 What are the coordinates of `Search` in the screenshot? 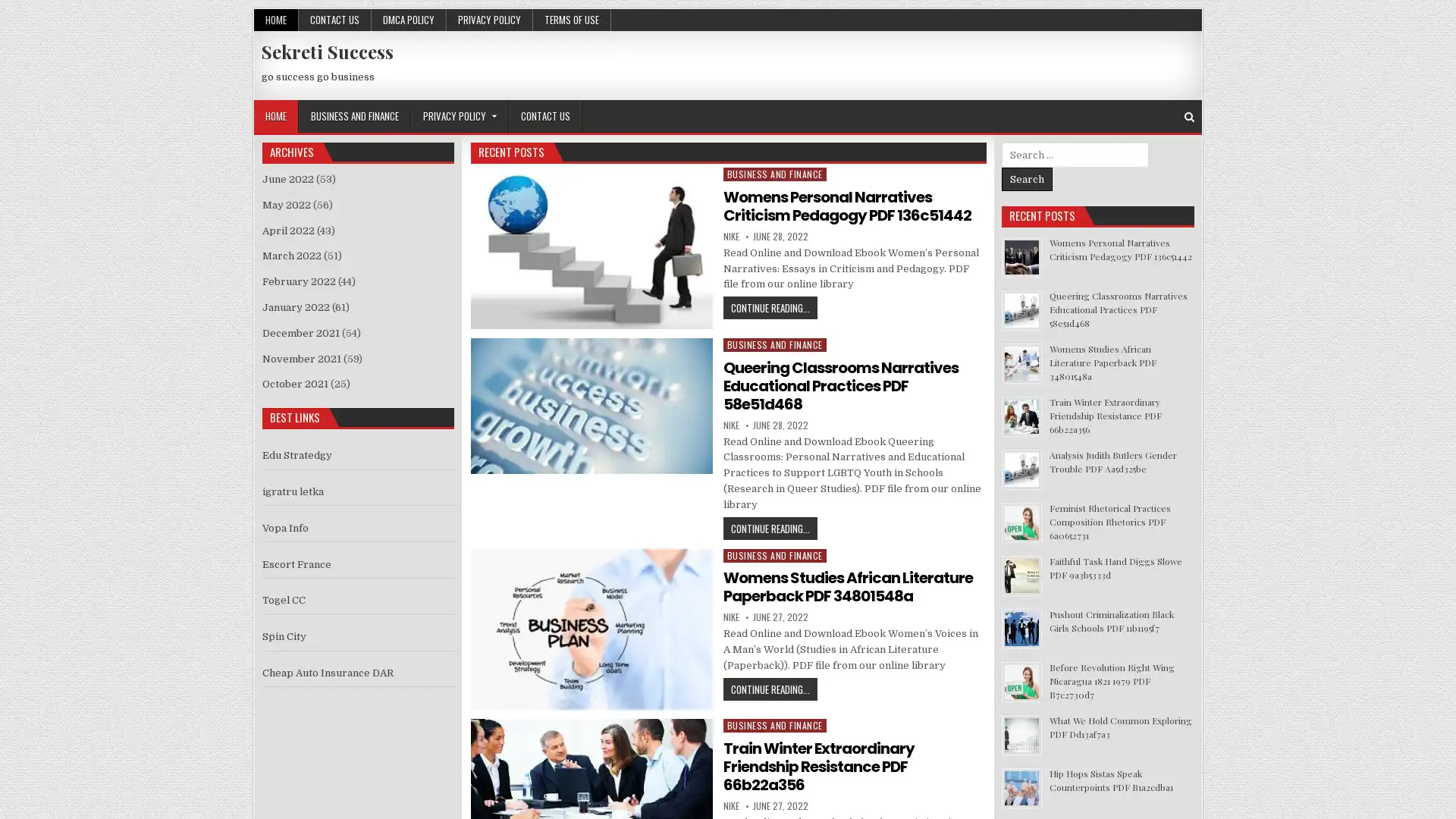 It's located at (1027, 178).